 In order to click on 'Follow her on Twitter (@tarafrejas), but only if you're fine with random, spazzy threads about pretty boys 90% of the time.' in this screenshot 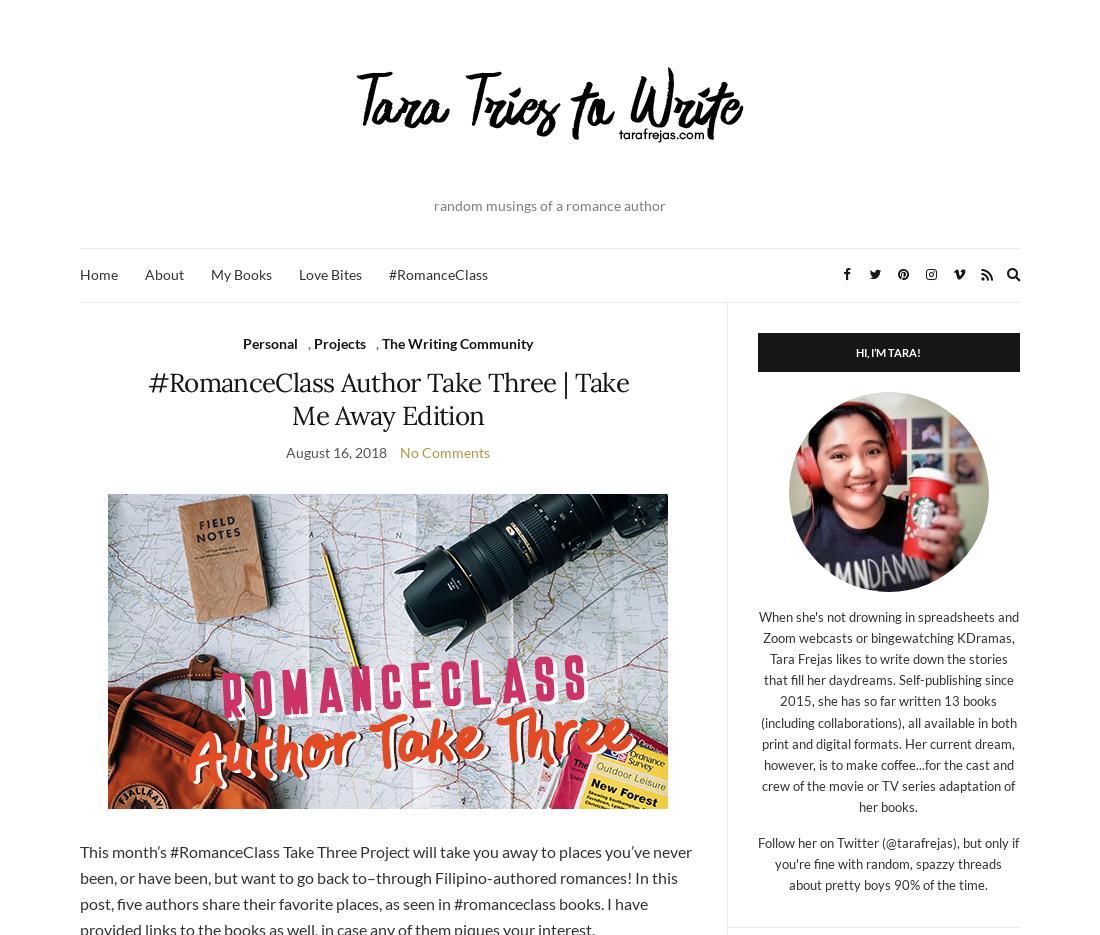, I will do `click(887, 863)`.